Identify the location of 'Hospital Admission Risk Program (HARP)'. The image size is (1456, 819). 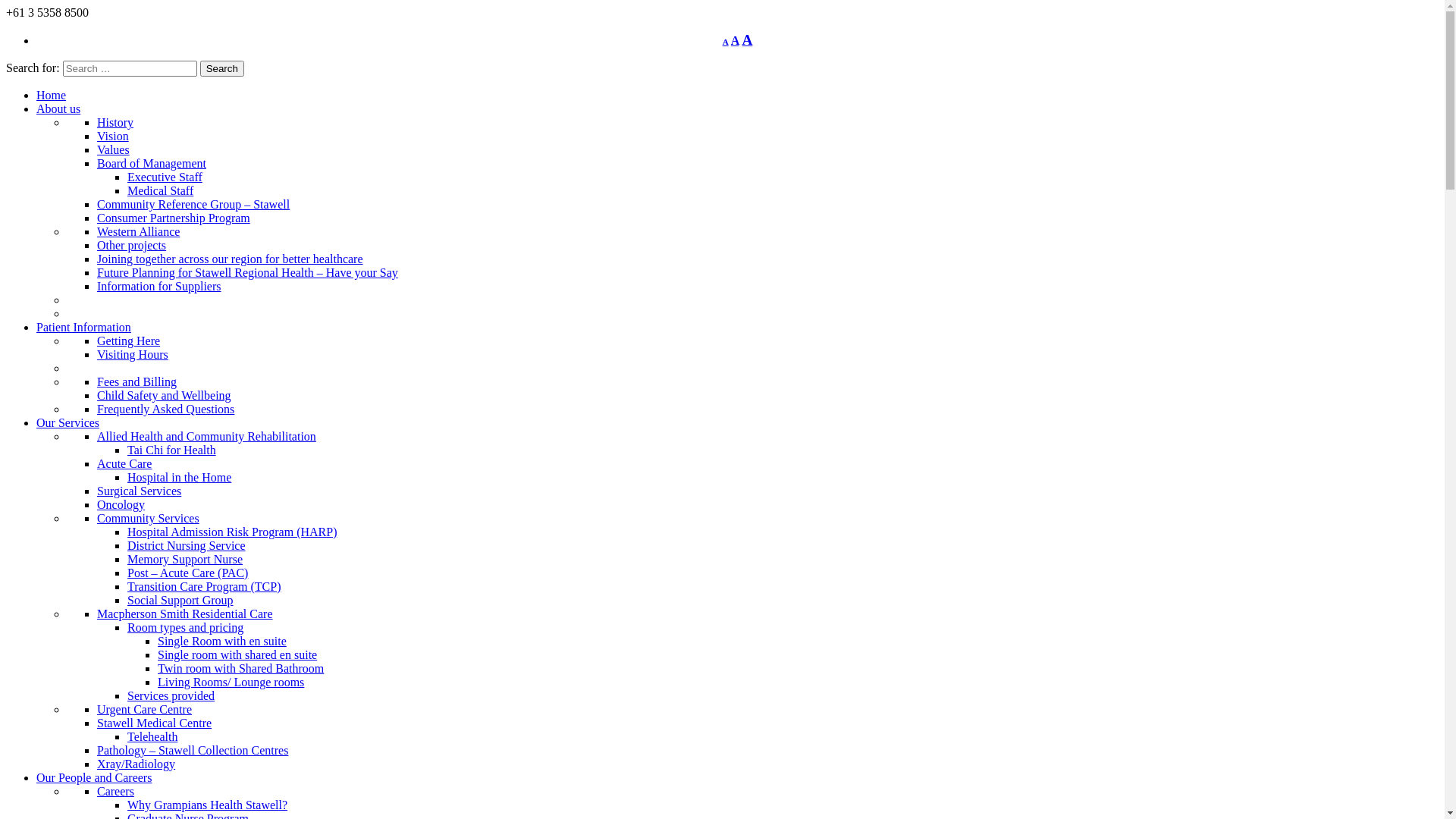
(231, 531).